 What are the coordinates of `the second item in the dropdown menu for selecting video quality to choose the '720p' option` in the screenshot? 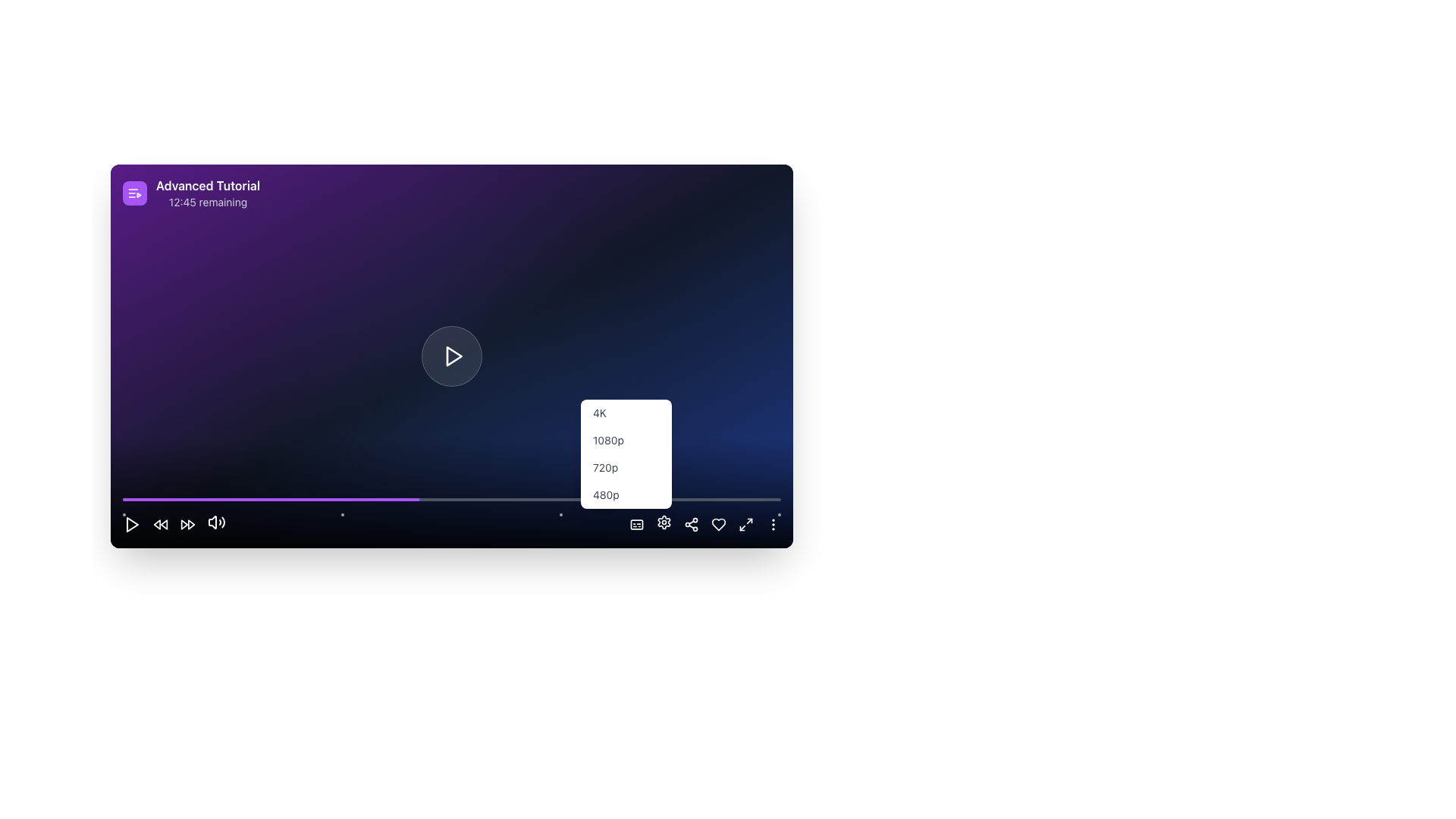 It's located at (626, 453).